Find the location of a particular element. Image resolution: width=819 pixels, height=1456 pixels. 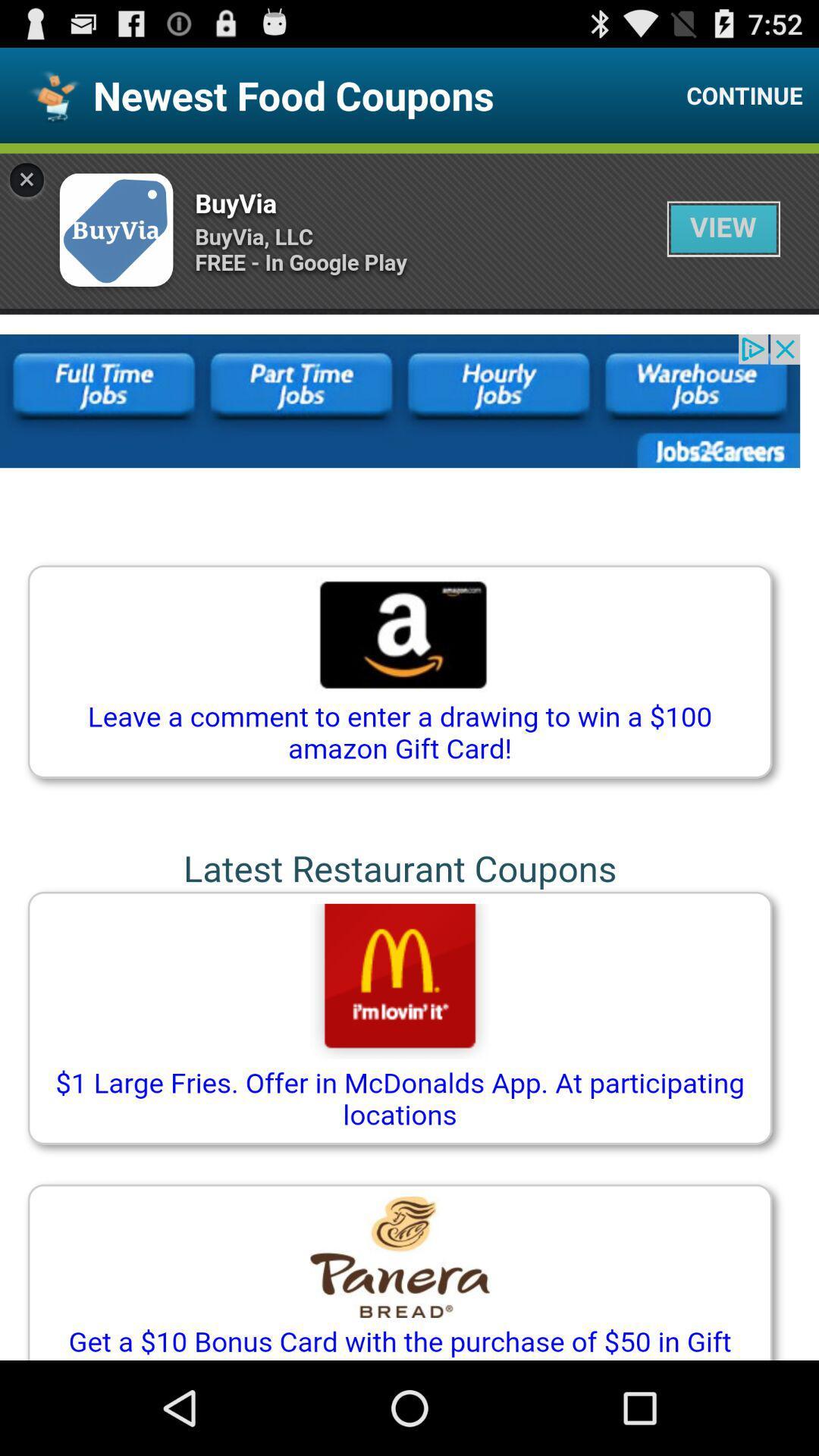

from rewards and coupons is located at coordinates (409, 752).